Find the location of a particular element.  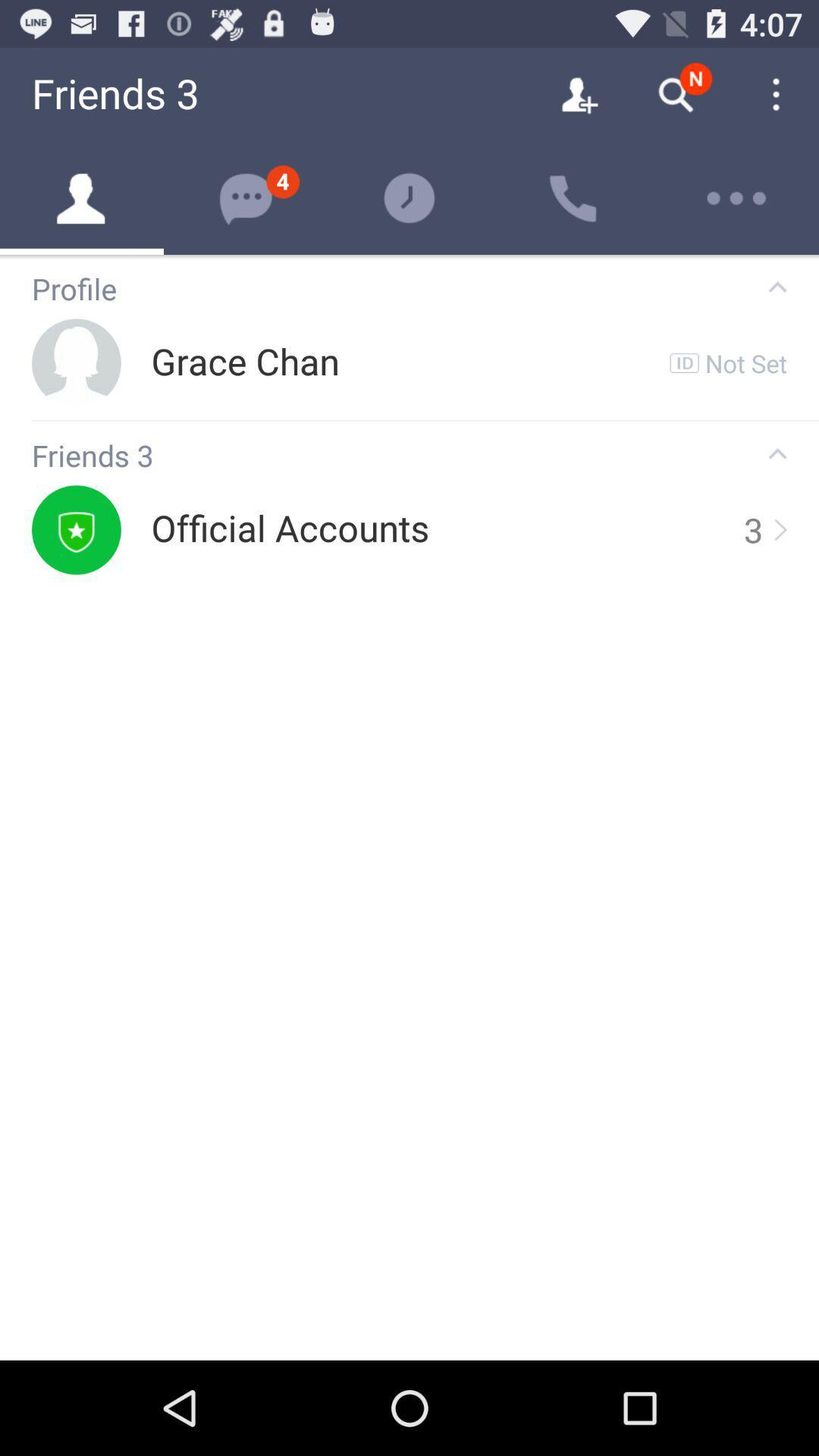

the official accounts item is located at coordinates (290, 529).